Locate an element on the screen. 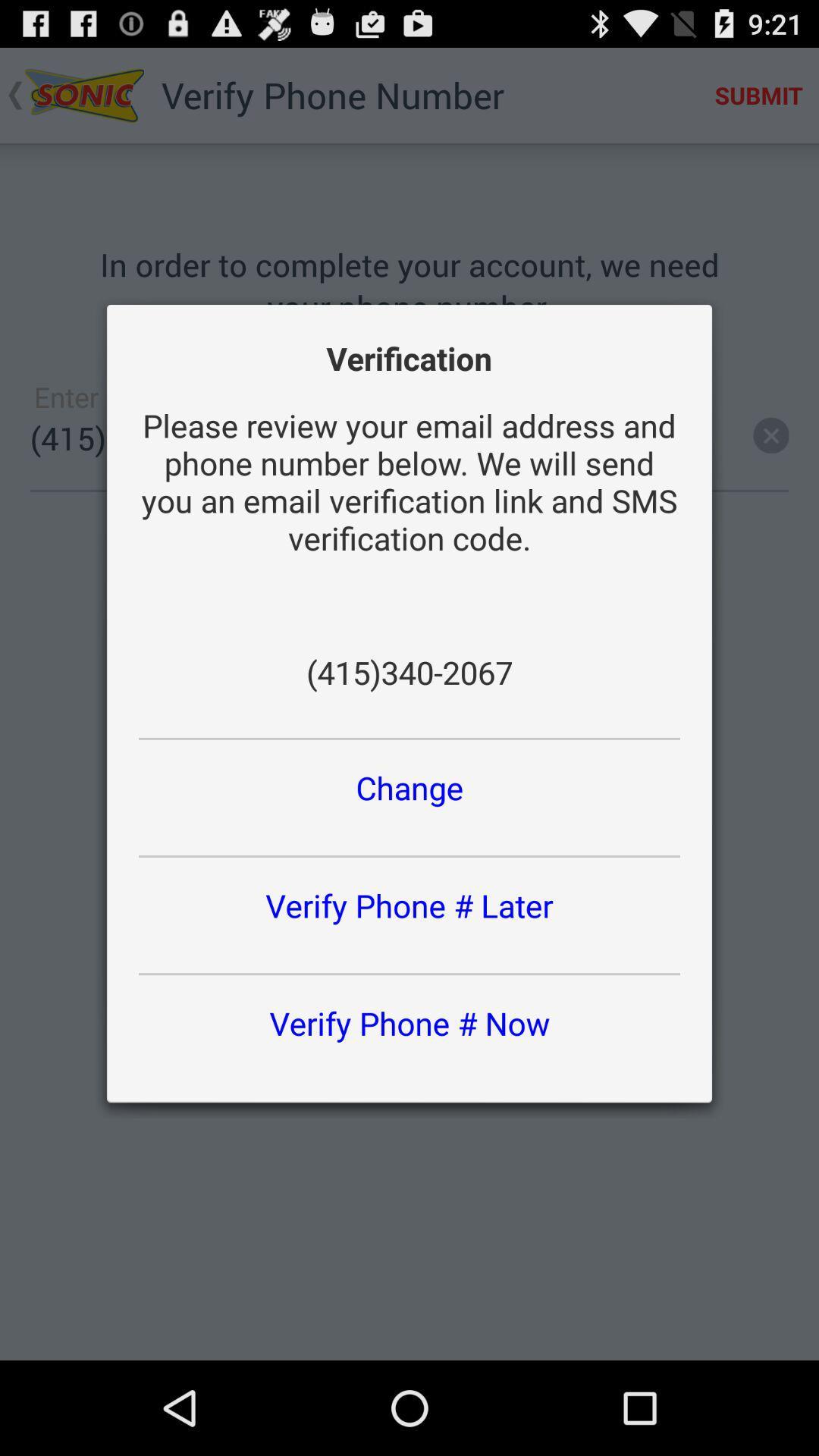 Image resolution: width=819 pixels, height=1456 pixels. change button is located at coordinates (409, 787).